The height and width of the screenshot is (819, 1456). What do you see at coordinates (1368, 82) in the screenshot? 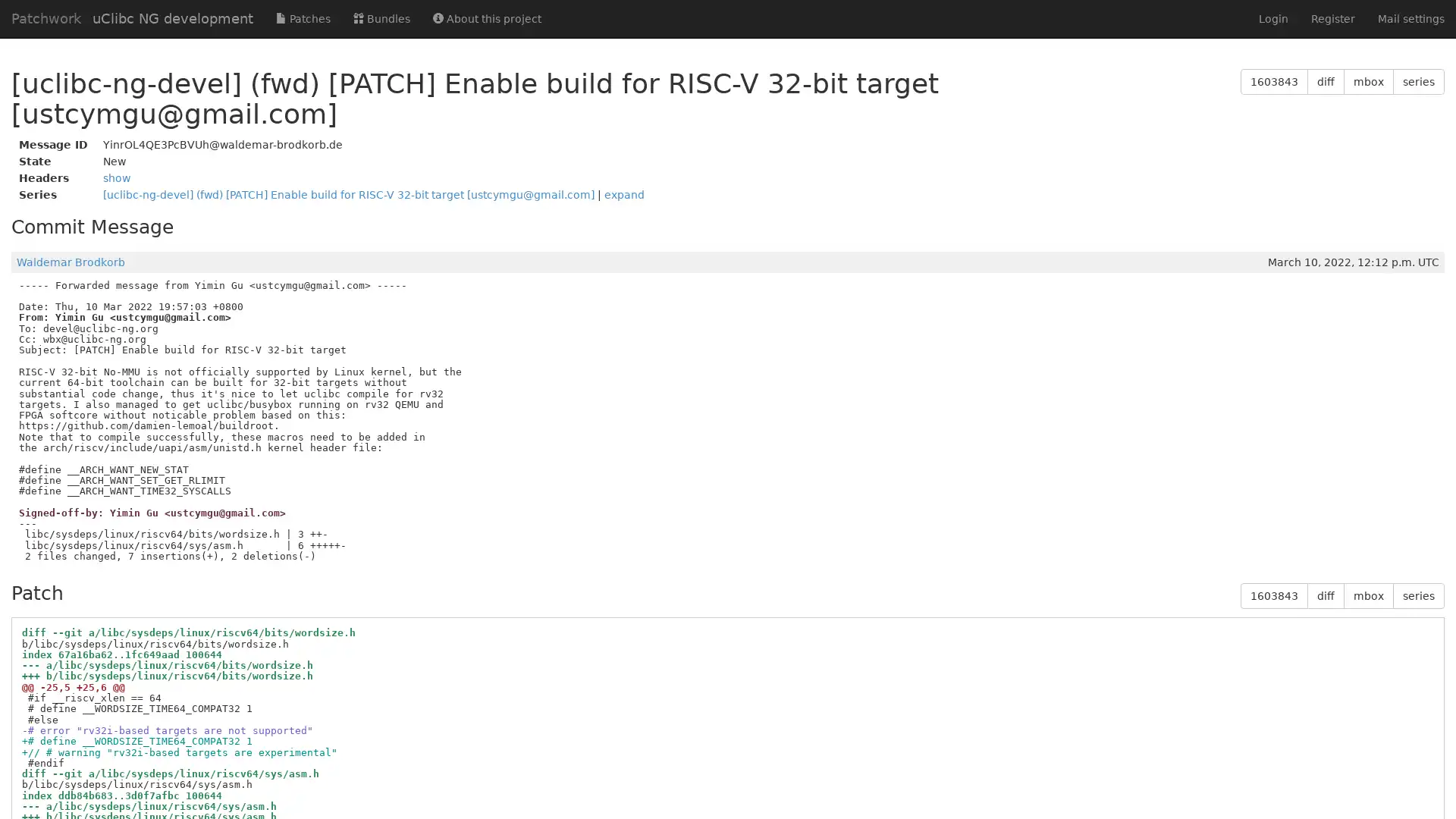
I see `mbox` at bounding box center [1368, 82].